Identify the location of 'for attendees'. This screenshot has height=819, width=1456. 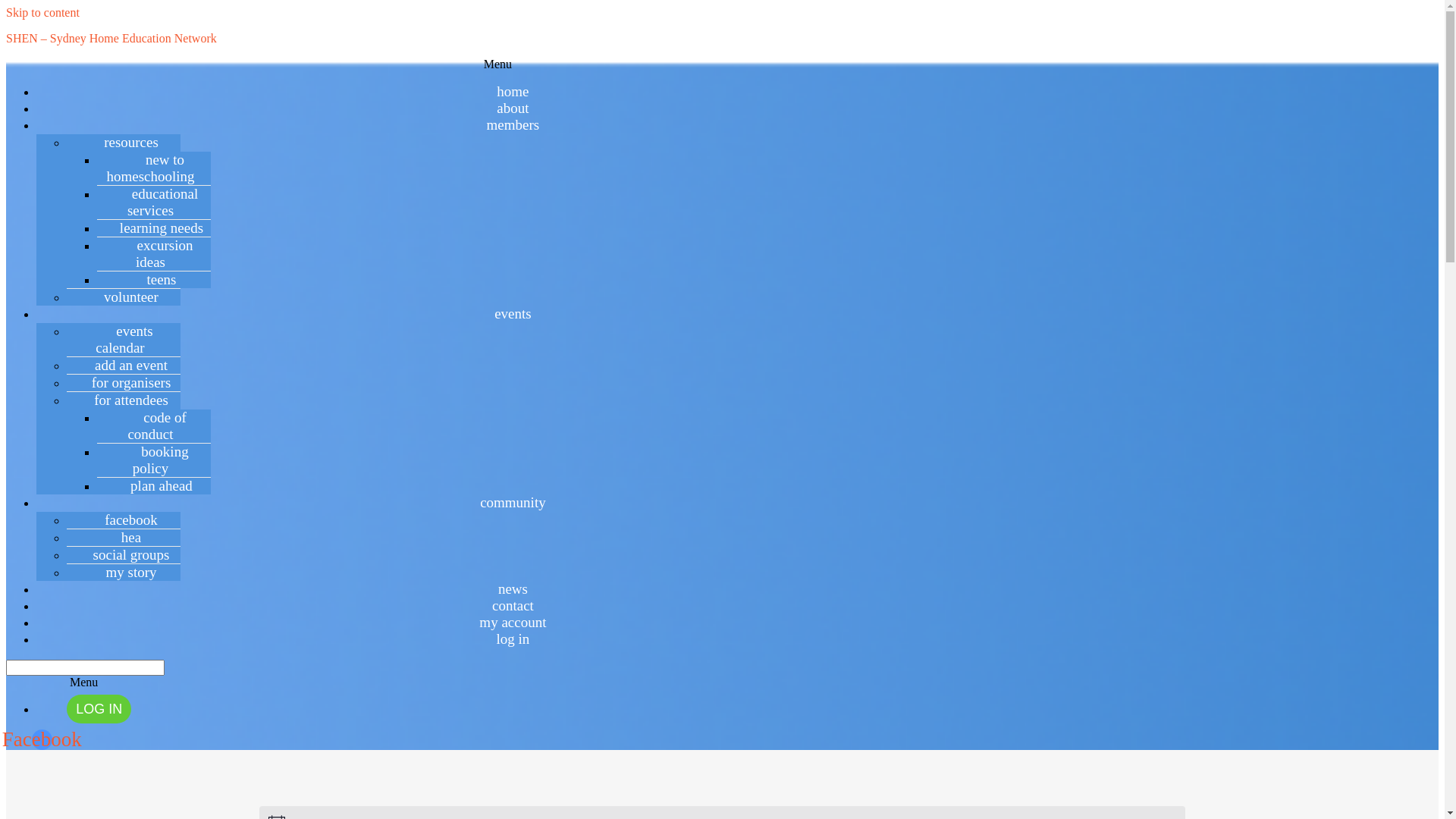
(124, 399).